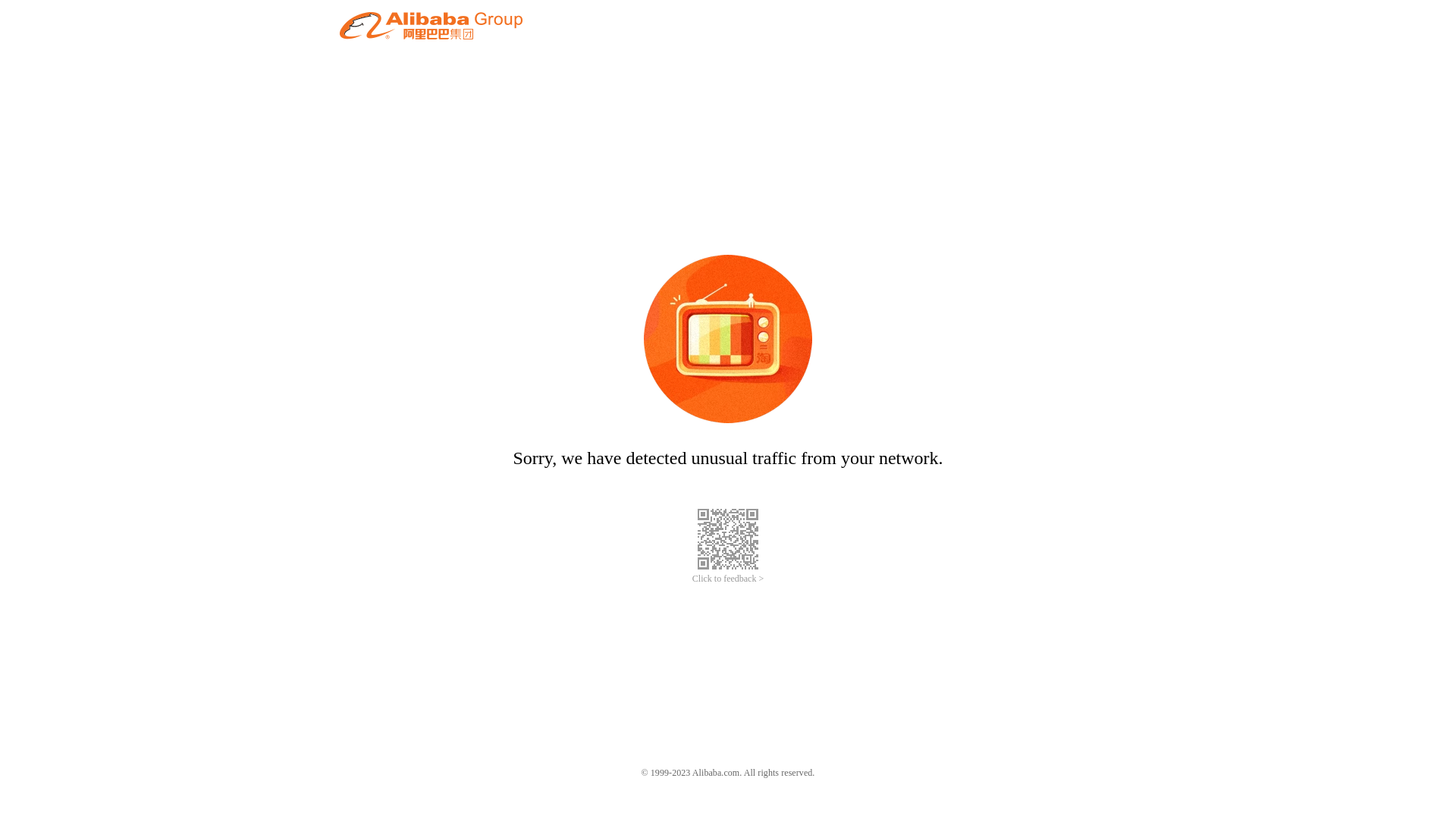  What do you see at coordinates (728, 579) in the screenshot?
I see `'Click to feedback >'` at bounding box center [728, 579].